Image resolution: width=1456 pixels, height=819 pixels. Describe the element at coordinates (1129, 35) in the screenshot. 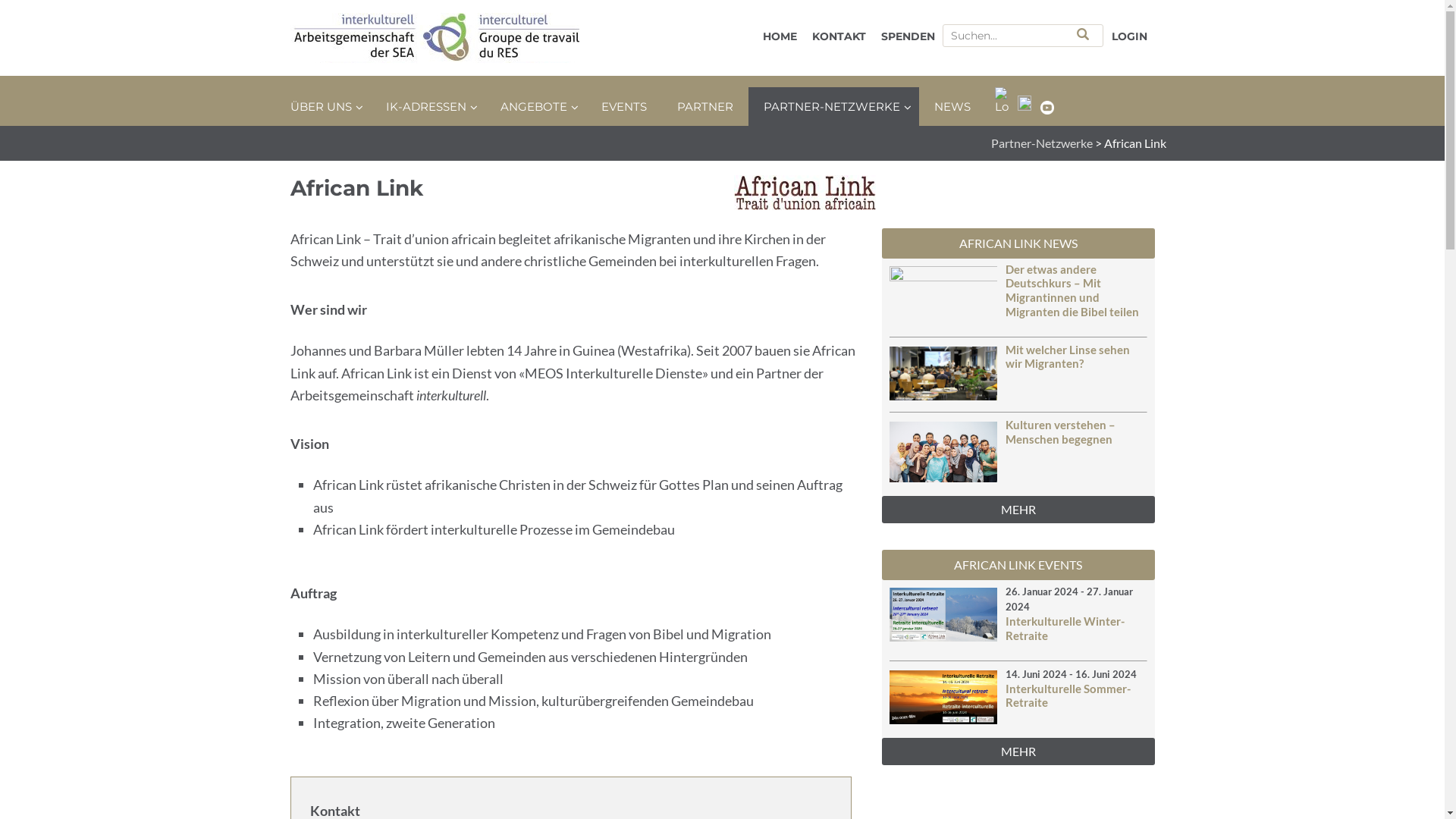

I see `'LOGIN'` at that location.